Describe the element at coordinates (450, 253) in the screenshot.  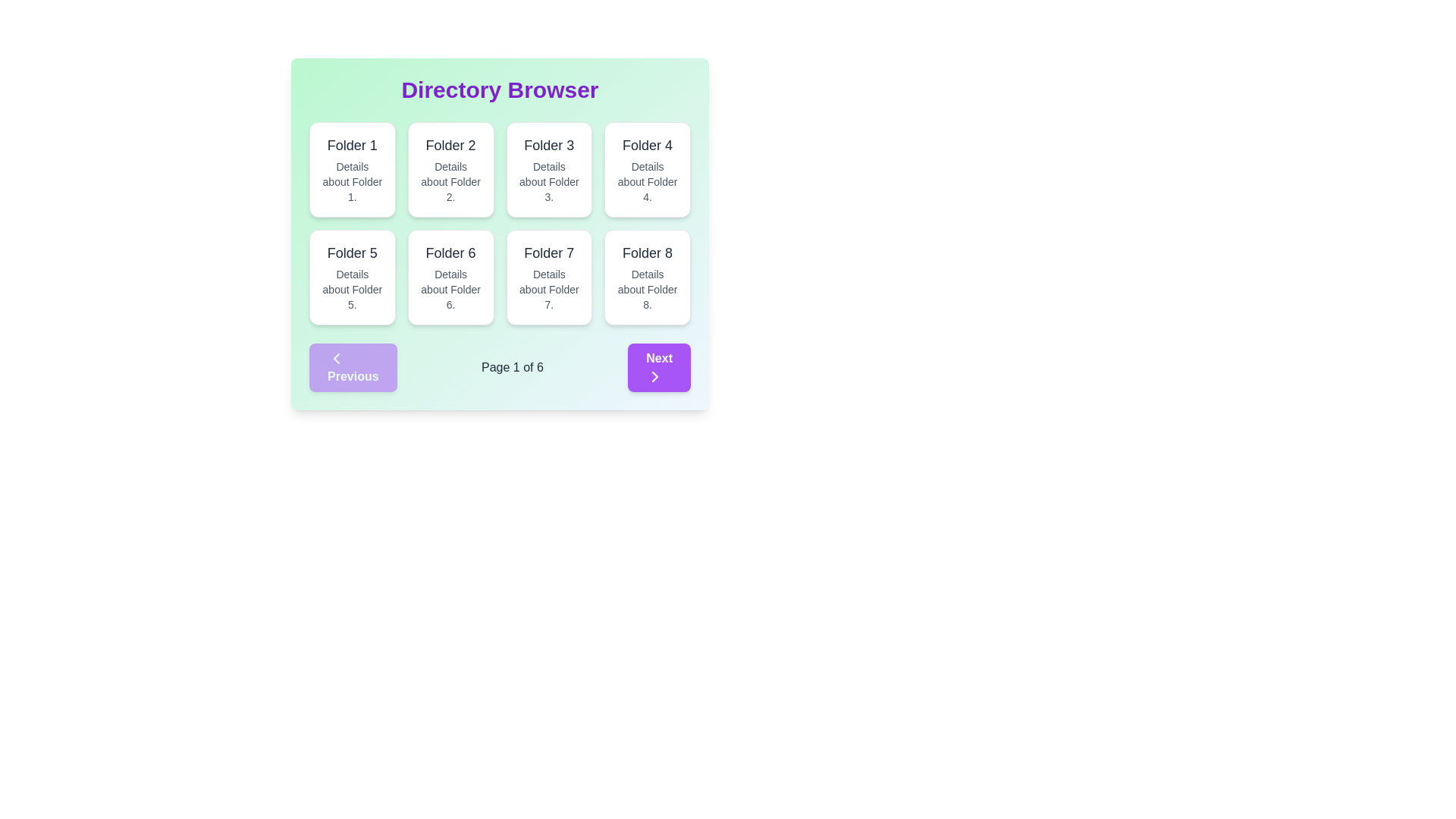
I see `the text label that identifies the card as 'Folder 6'` at that location.